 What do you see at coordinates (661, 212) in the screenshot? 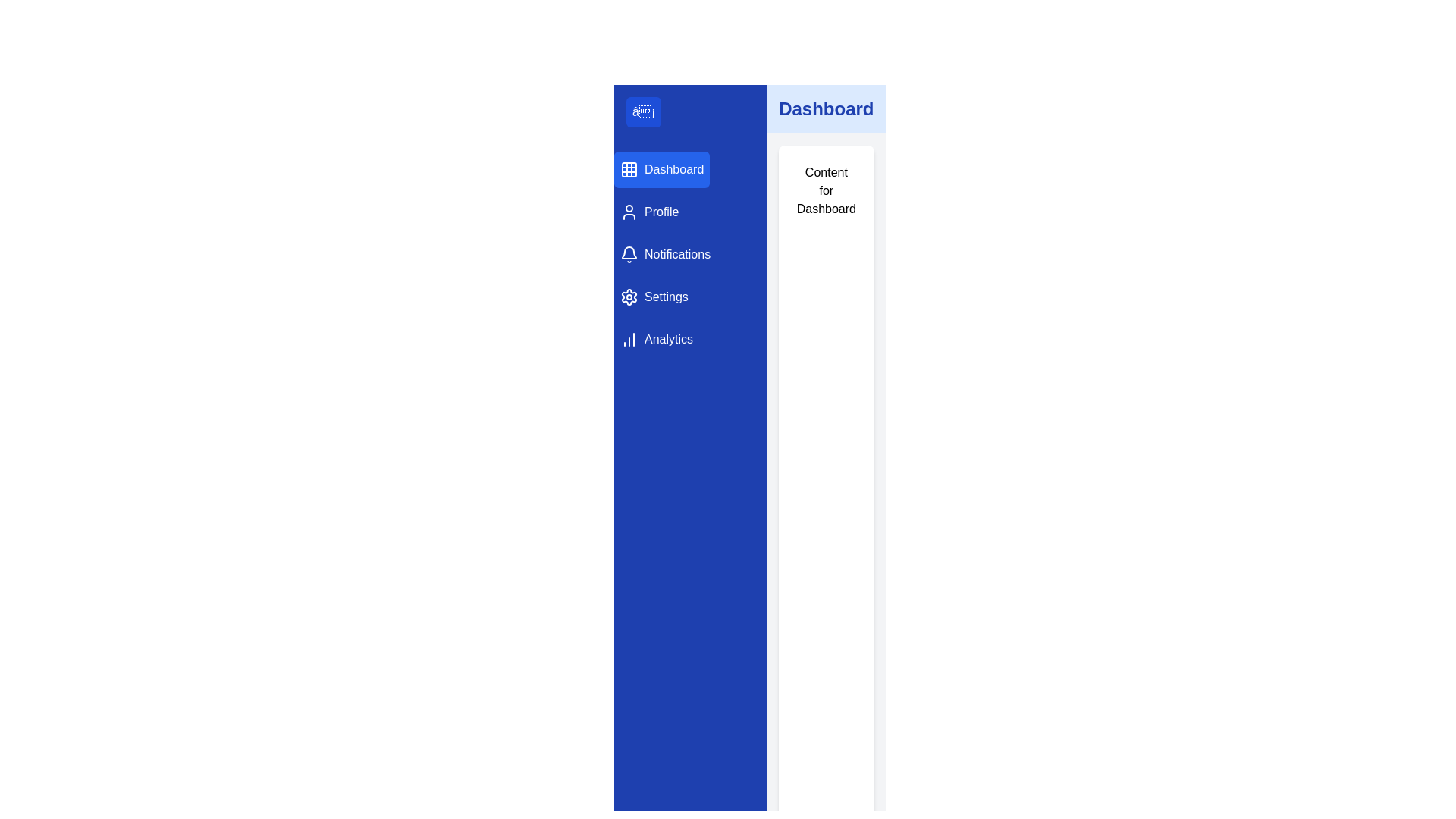
I see `the 'Profile' text label in the left sidebar navigation menu, which serves as the identifier for the user's profile section` at bounding box center [661, 212].